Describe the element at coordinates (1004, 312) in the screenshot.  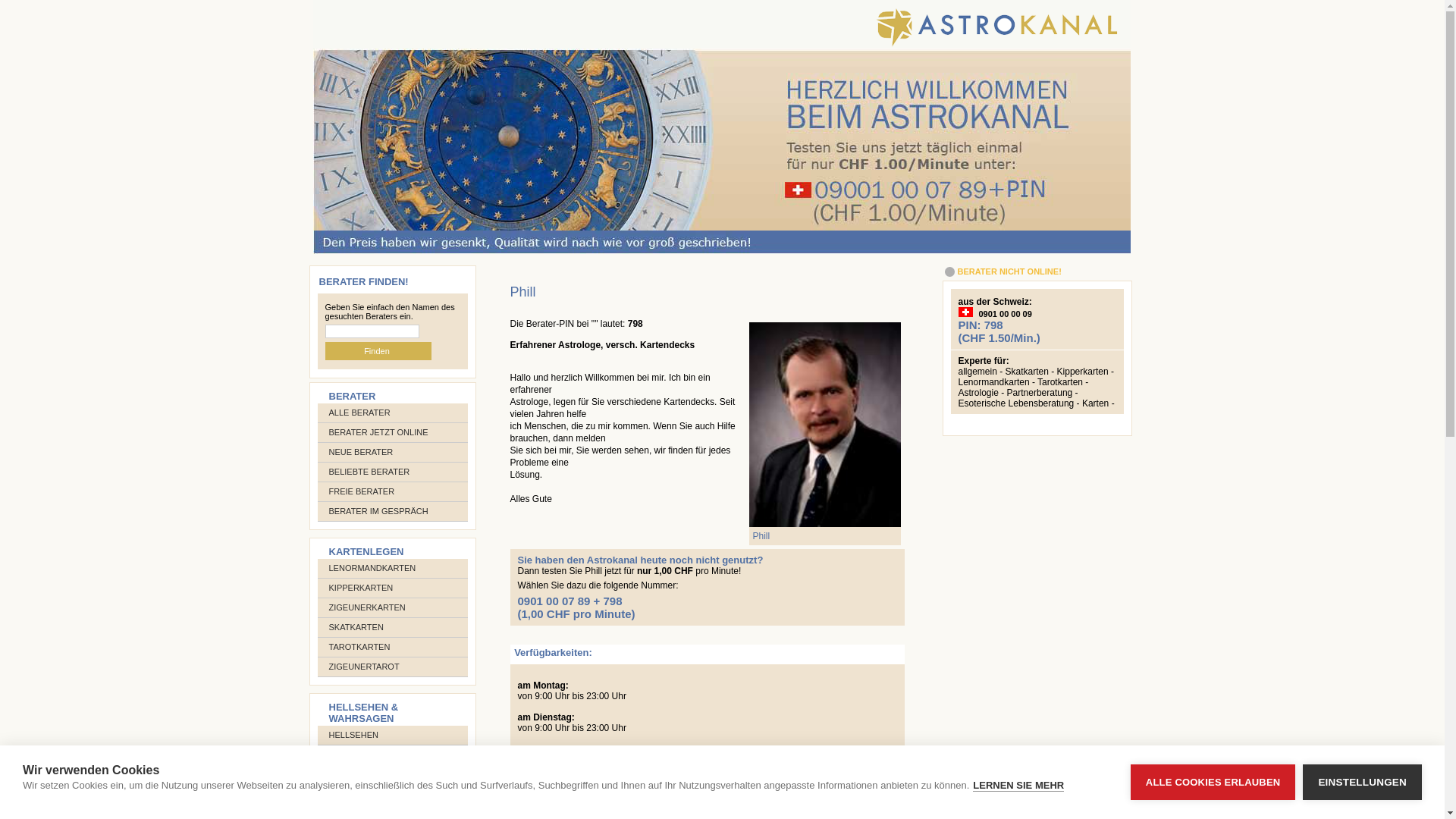
I see `'0901 00 00 09'` at that location.